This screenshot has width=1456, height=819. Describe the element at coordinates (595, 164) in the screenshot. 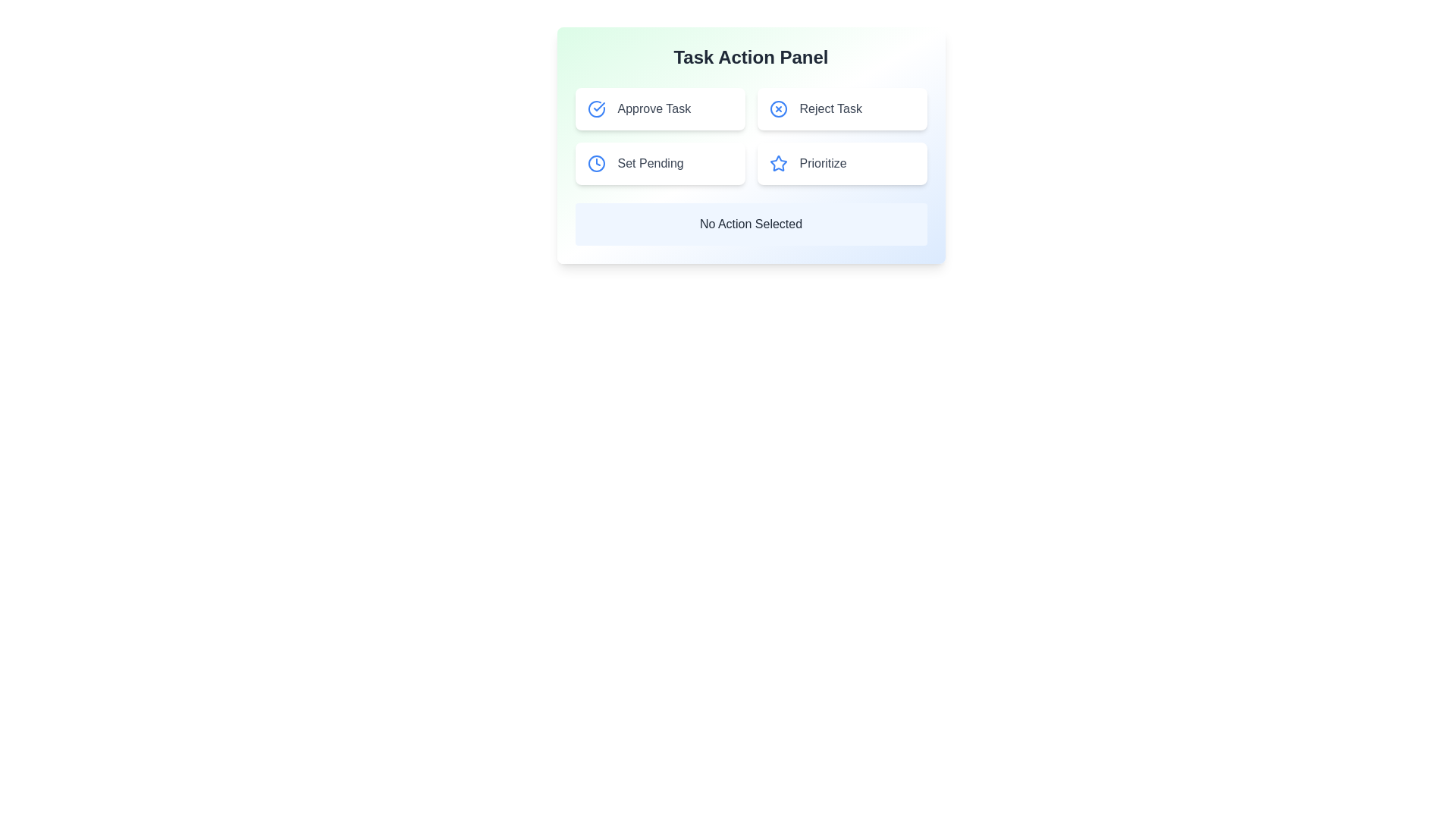

I see `the SVG circle element that is part of the clock icon within the 'Set Pending' button in the 'Task Action Panel'` at that location.